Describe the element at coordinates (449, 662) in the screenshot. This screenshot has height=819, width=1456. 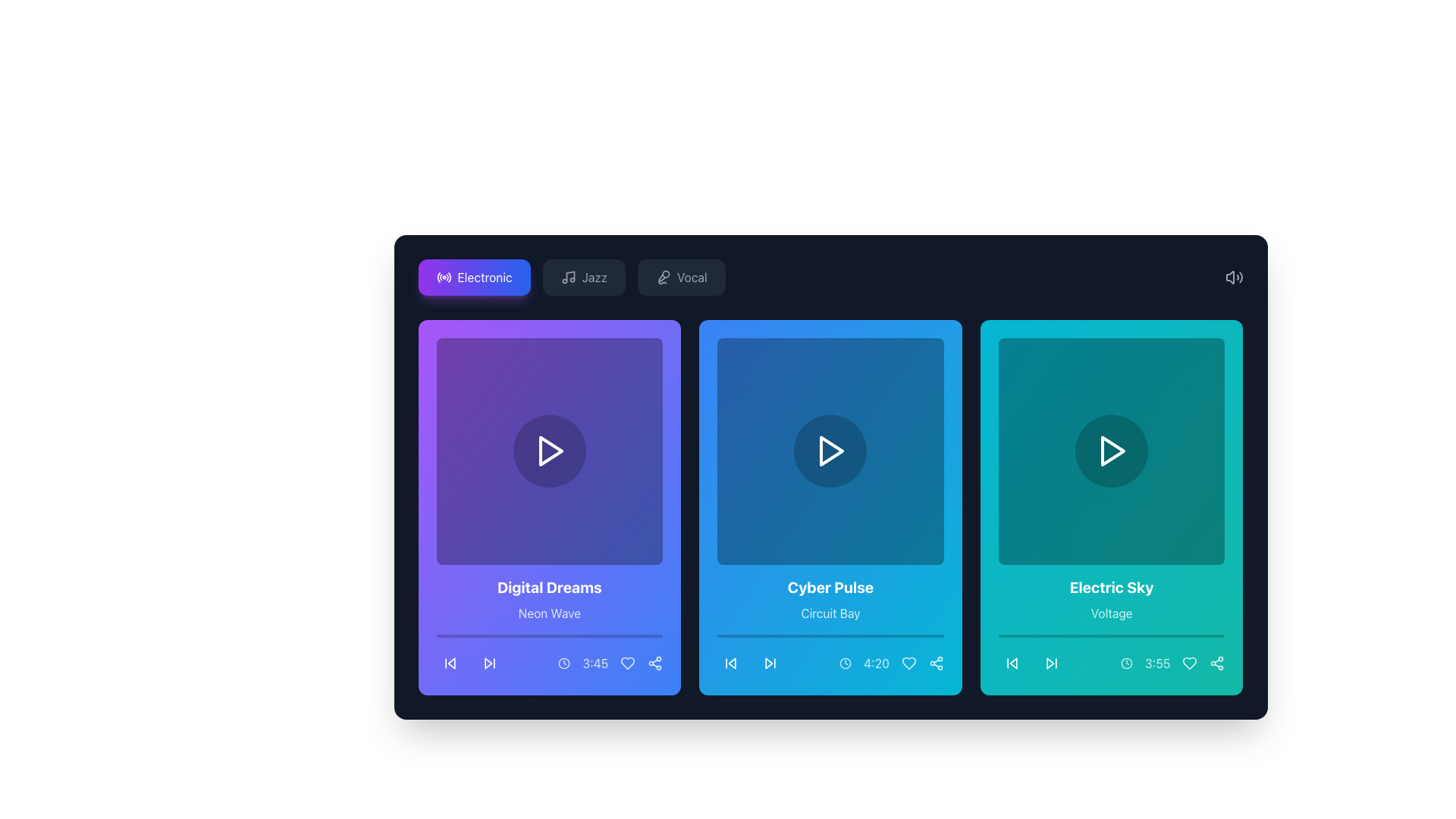
I see `the leftmost button in the media control panel to skip back to the previous track, which is located directly below the 'Digital Dreams' and 'Neon Wave' card` at that location.